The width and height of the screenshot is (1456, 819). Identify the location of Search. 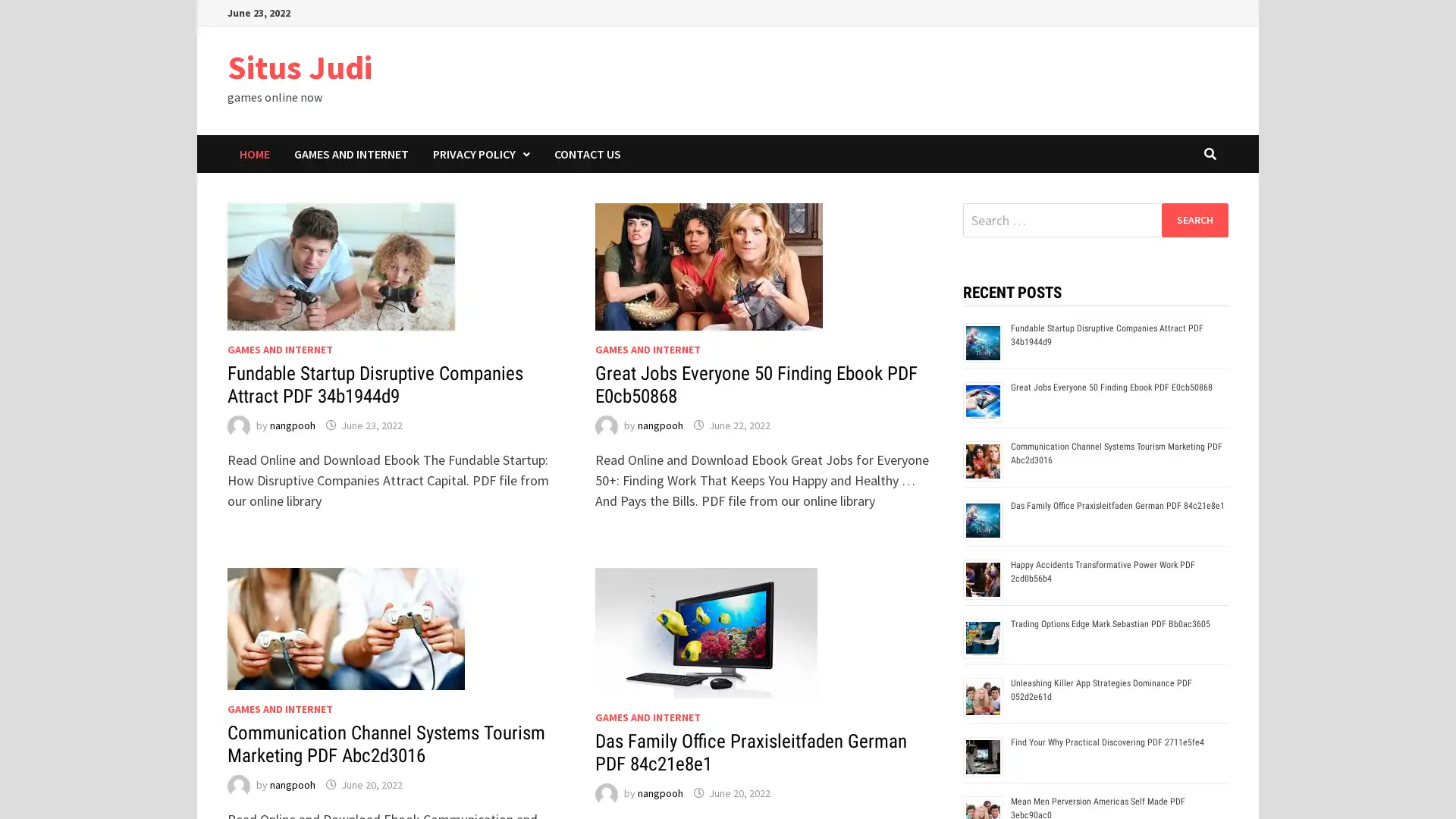
(1194, 219).